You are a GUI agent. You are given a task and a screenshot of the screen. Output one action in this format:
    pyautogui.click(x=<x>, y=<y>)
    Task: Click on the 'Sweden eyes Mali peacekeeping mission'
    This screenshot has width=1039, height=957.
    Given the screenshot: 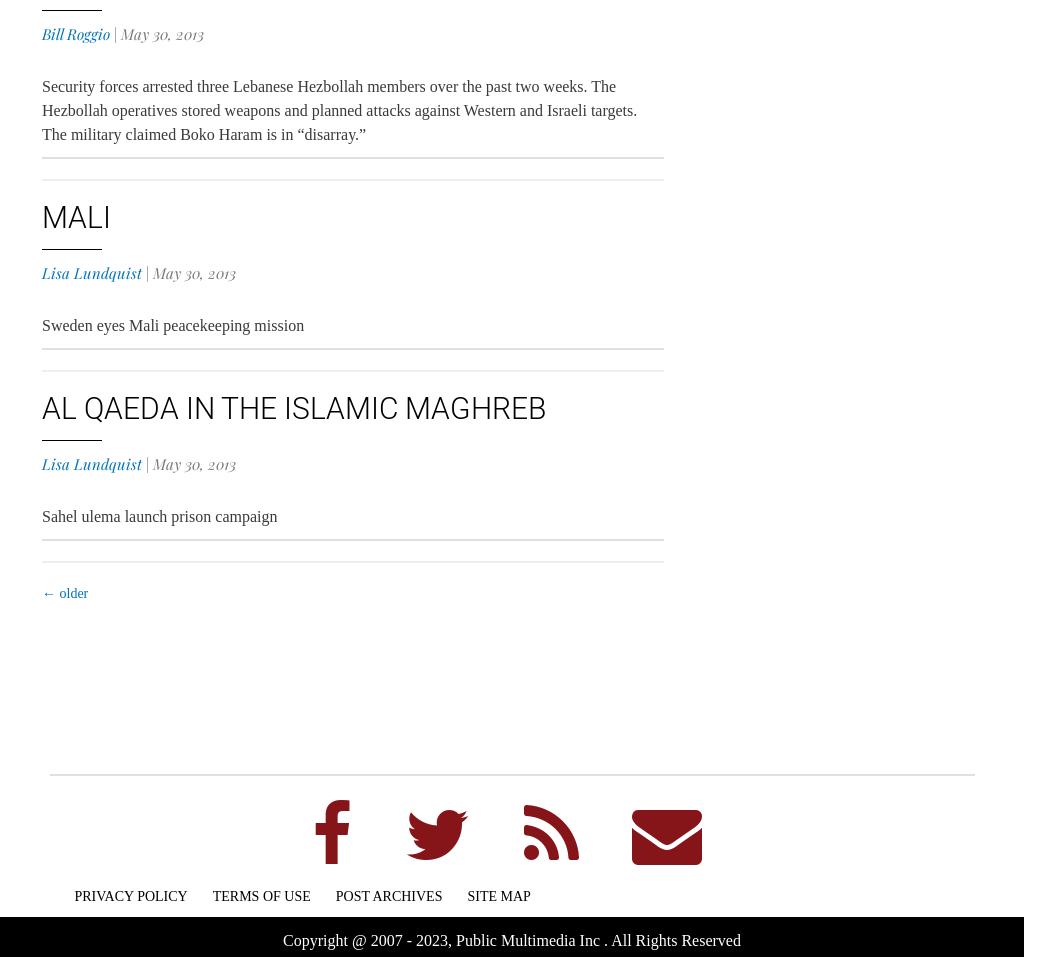 What is the action you would take?
    pyautogui.click(x=171, y=325)
    